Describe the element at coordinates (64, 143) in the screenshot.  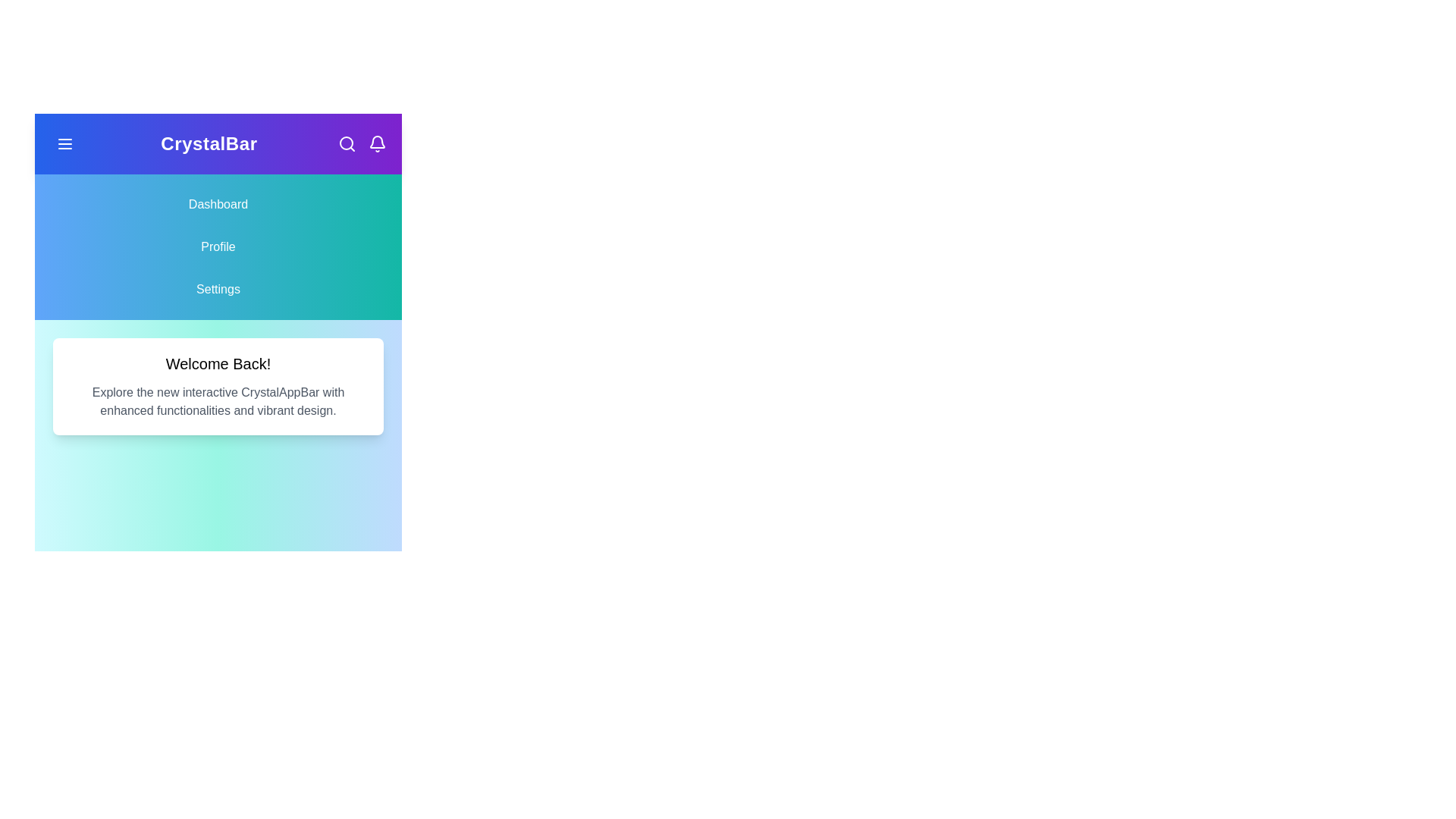
I see `the interactive element at menu_button` at that location.